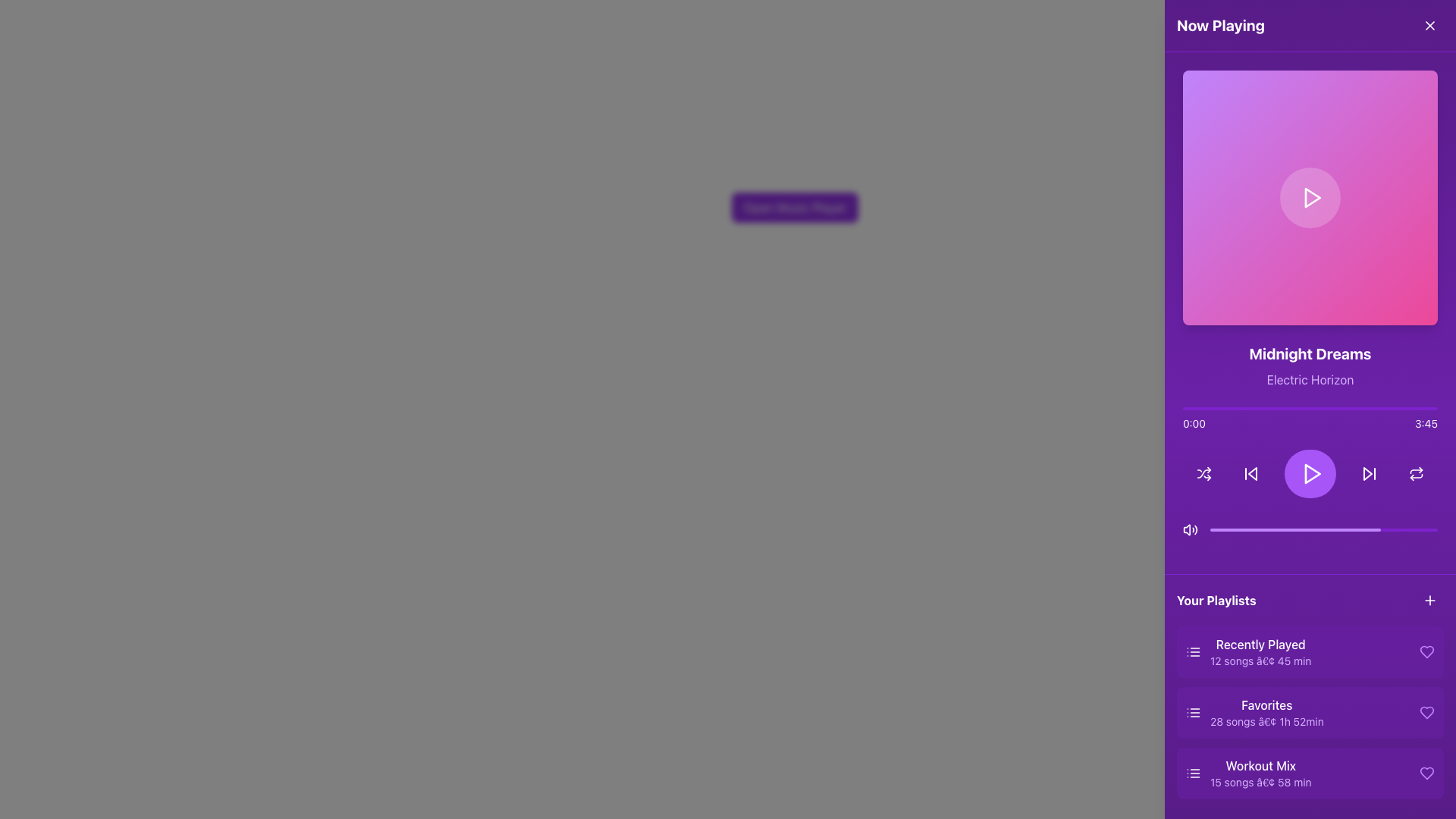 The image size is (1456, 819). Describe the element at coordinates (1266, 721) in the screenshot. I see `the Text Label displaying '28 songs • 1h 52min' located below the 'Favorites' text in the 'Your Playlists' section of the right panel` at that location.